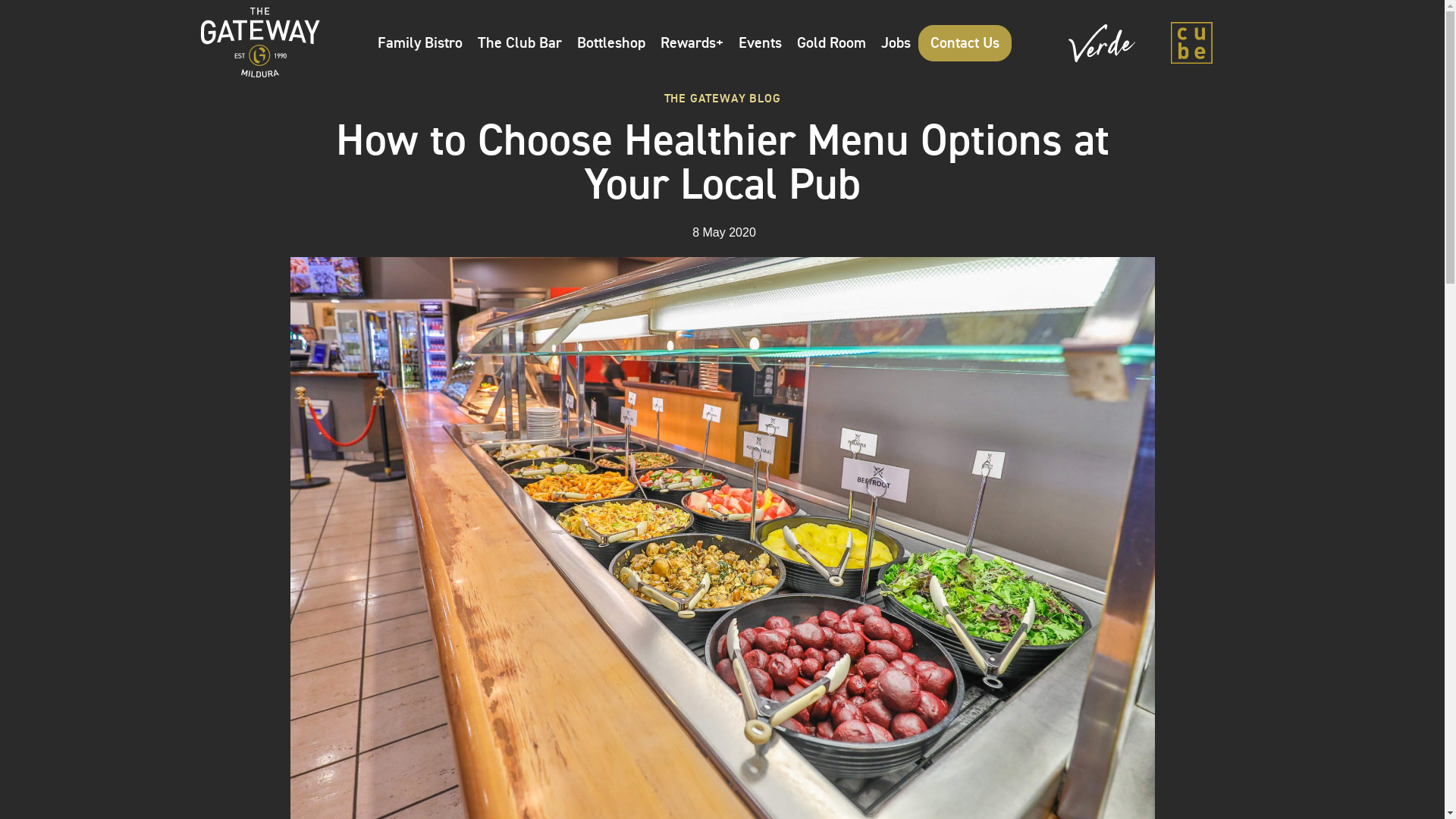 Image resolution: width=1456 pixels, height=819 pixels. Describe the element at coordinates (611, 42) in the screenshot. I see `'Bottleshop'` at that location.